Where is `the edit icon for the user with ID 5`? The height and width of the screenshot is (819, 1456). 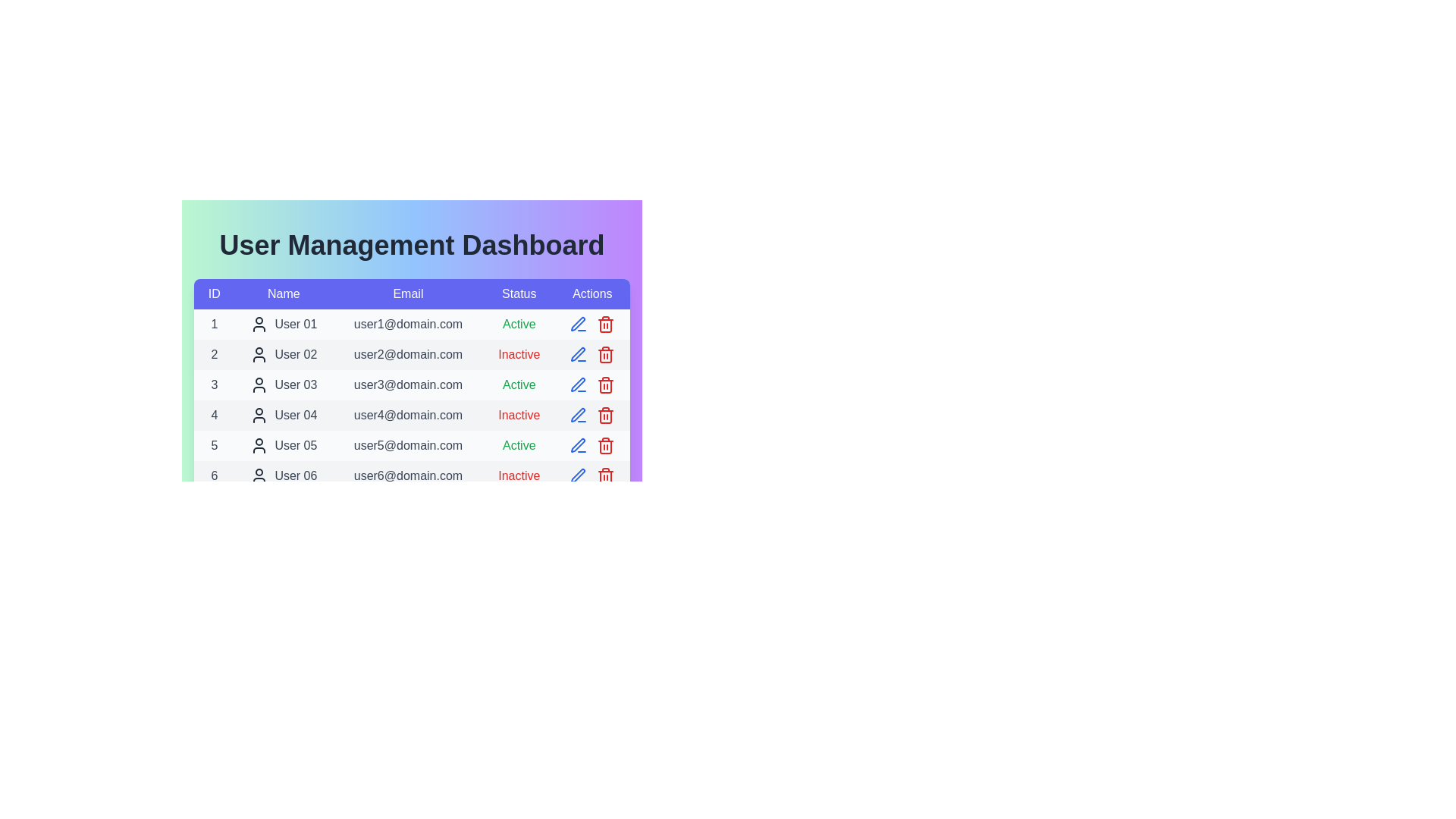
the edit icon for the user with ID 5 is located at coordinates (578, 444).